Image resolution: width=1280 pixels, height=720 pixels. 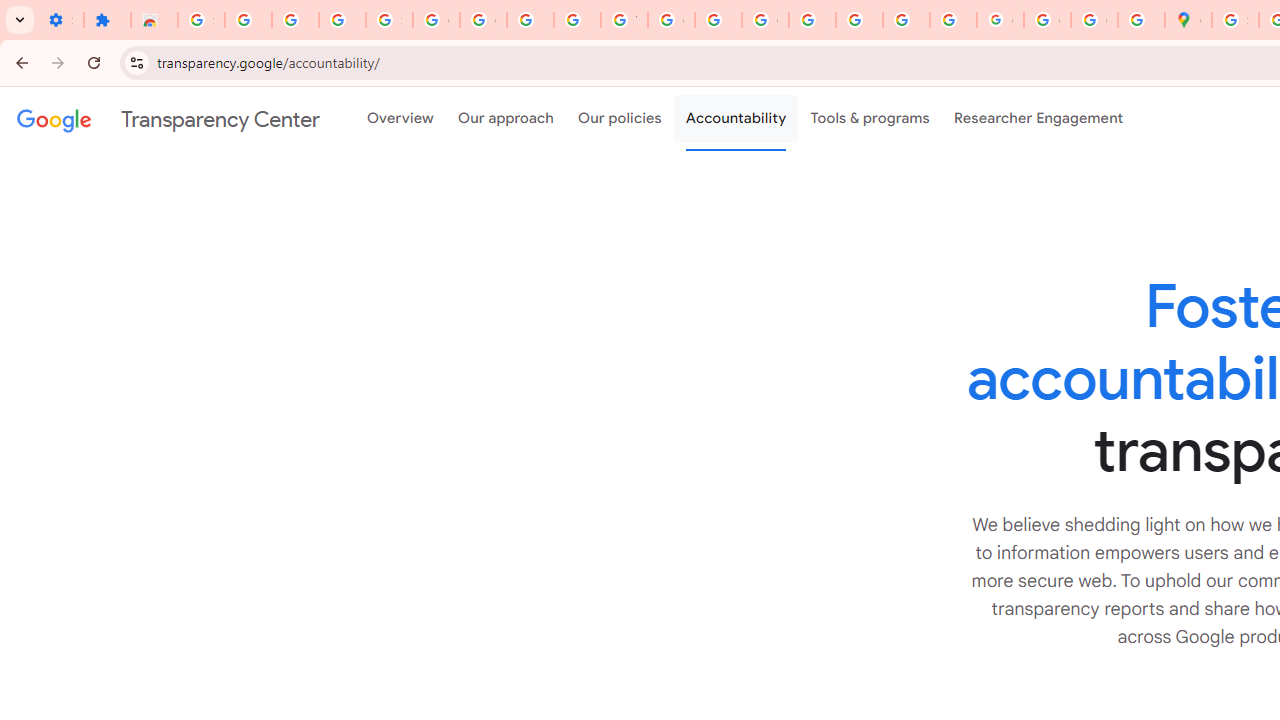 What do you see at coordinates (1188, 20) in the screenshot?
I see `'Google Maps'` at bounding box center [1188, 20].